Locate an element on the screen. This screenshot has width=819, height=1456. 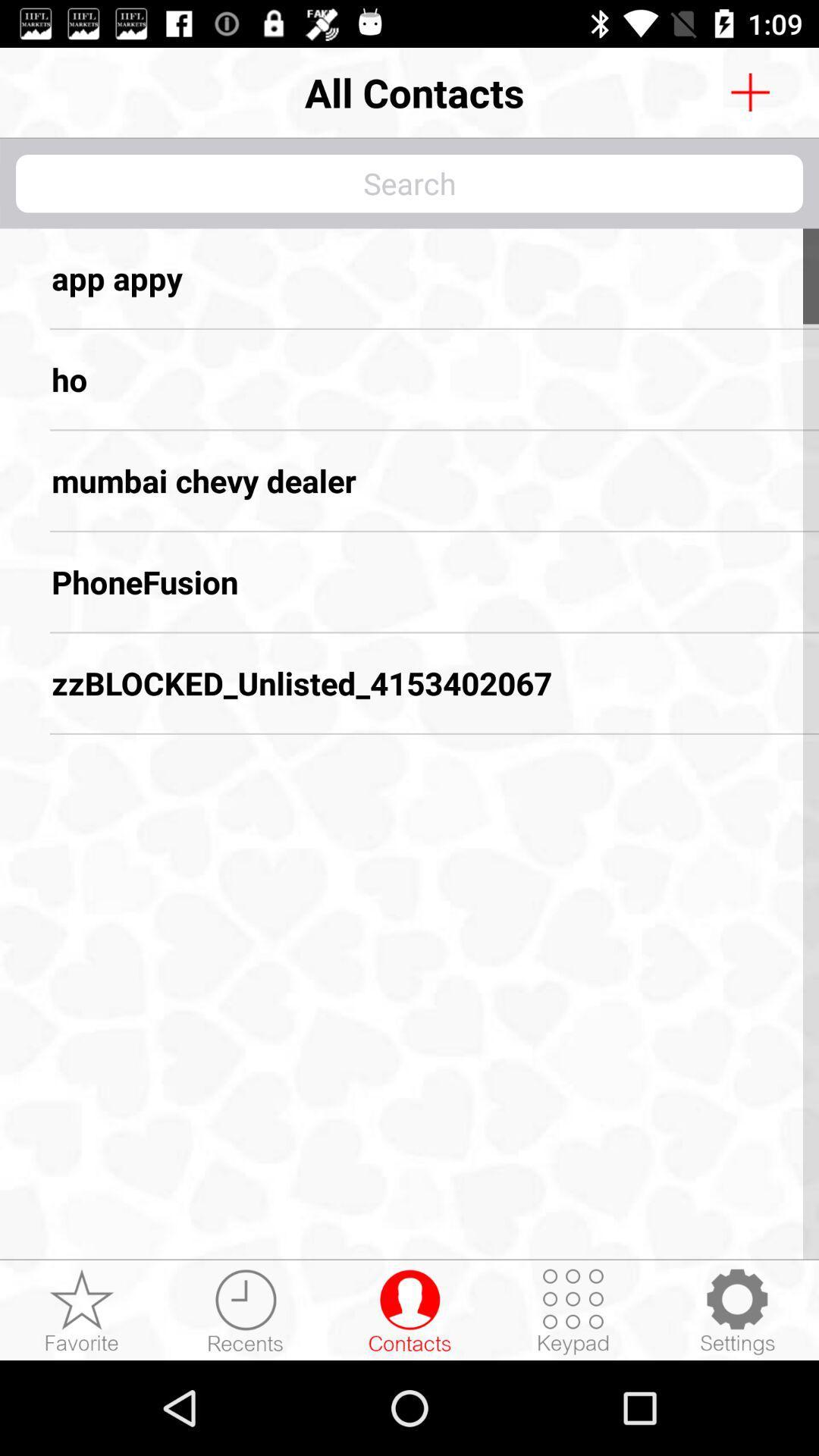
the star icon is located at coordinates (82, 1310).